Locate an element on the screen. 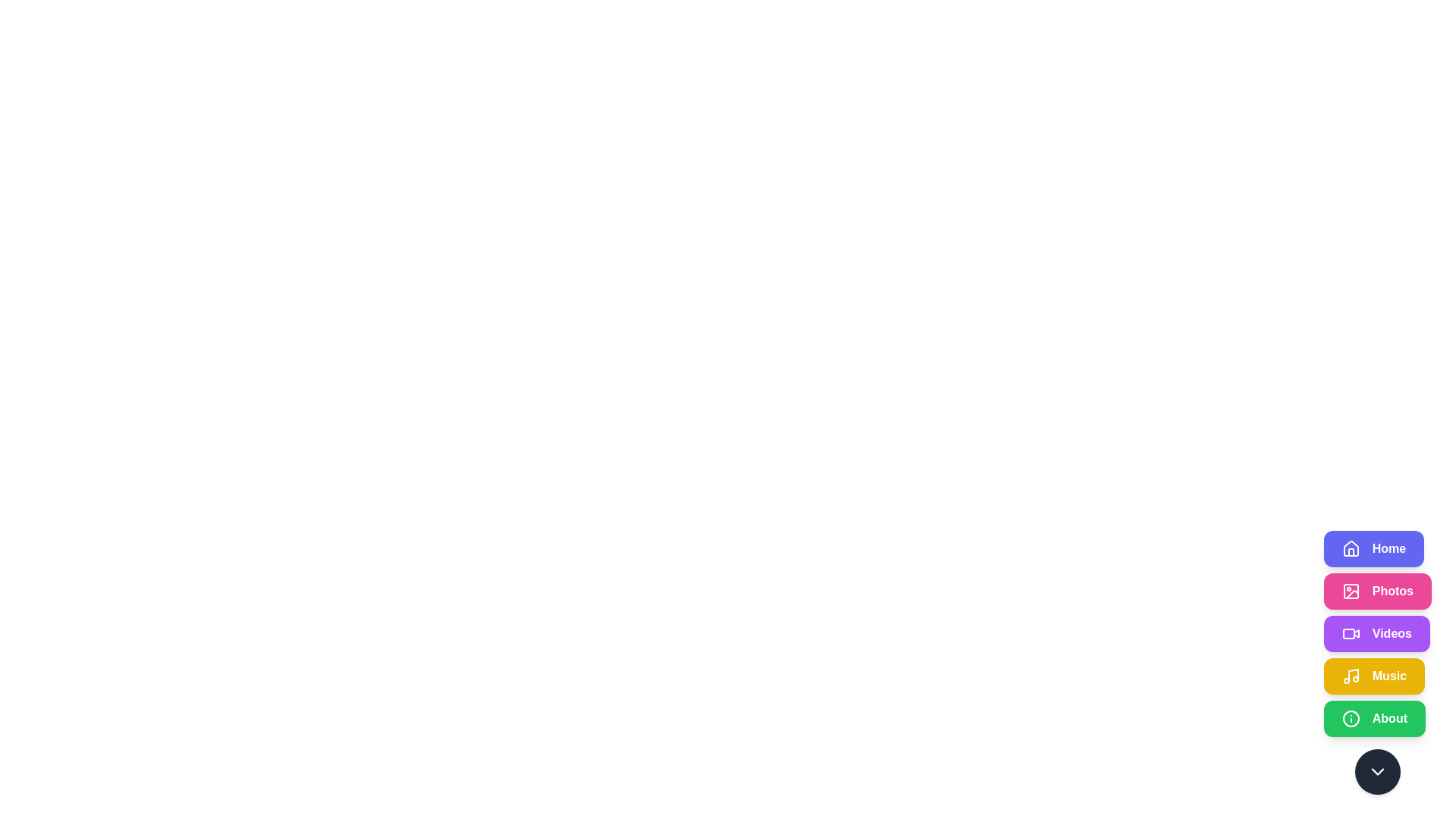  the Videos button to observe its hover effect is located at coordinates (1376, 634).